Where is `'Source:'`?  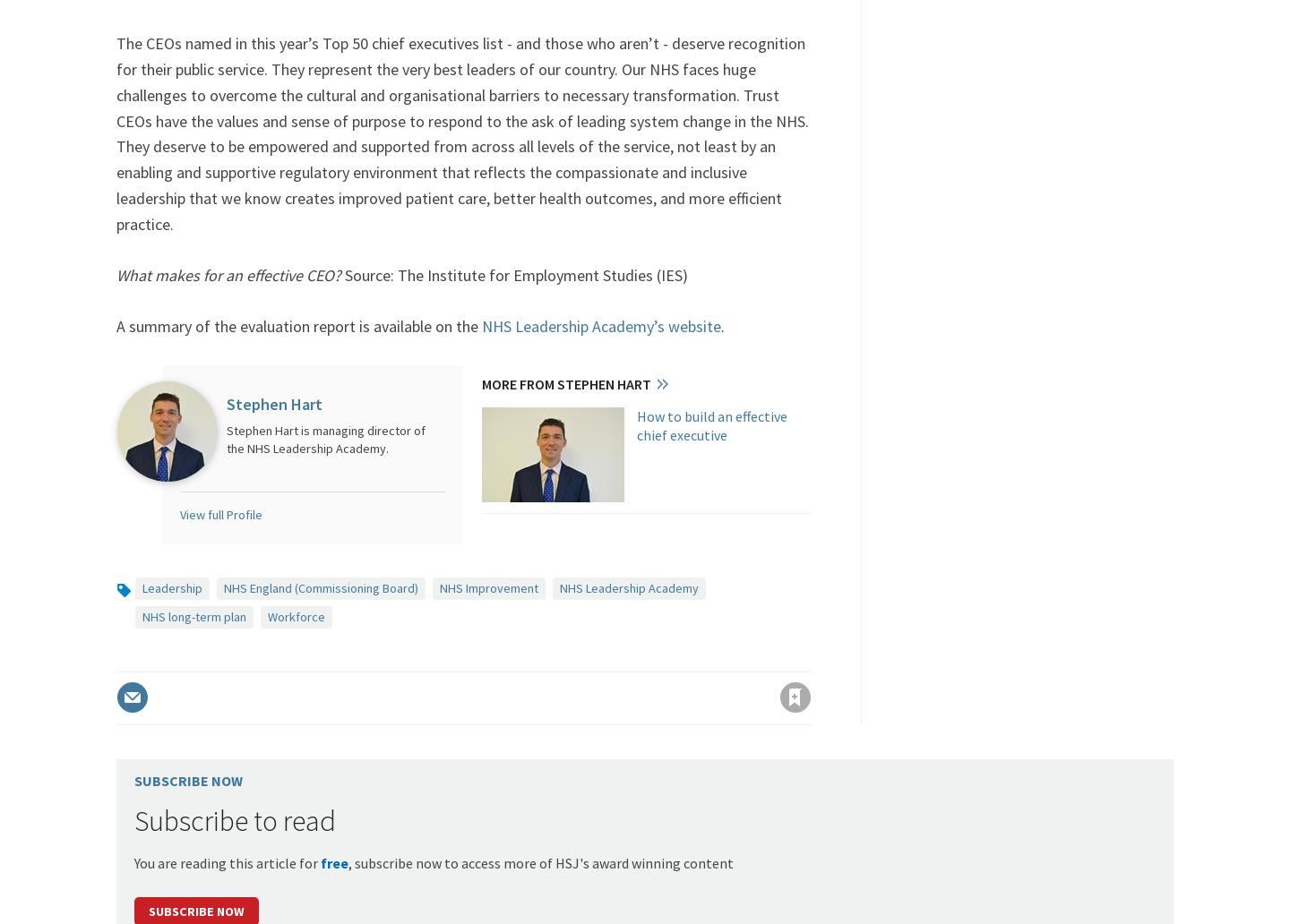
'Source:' is located at coordinates (368, 274).